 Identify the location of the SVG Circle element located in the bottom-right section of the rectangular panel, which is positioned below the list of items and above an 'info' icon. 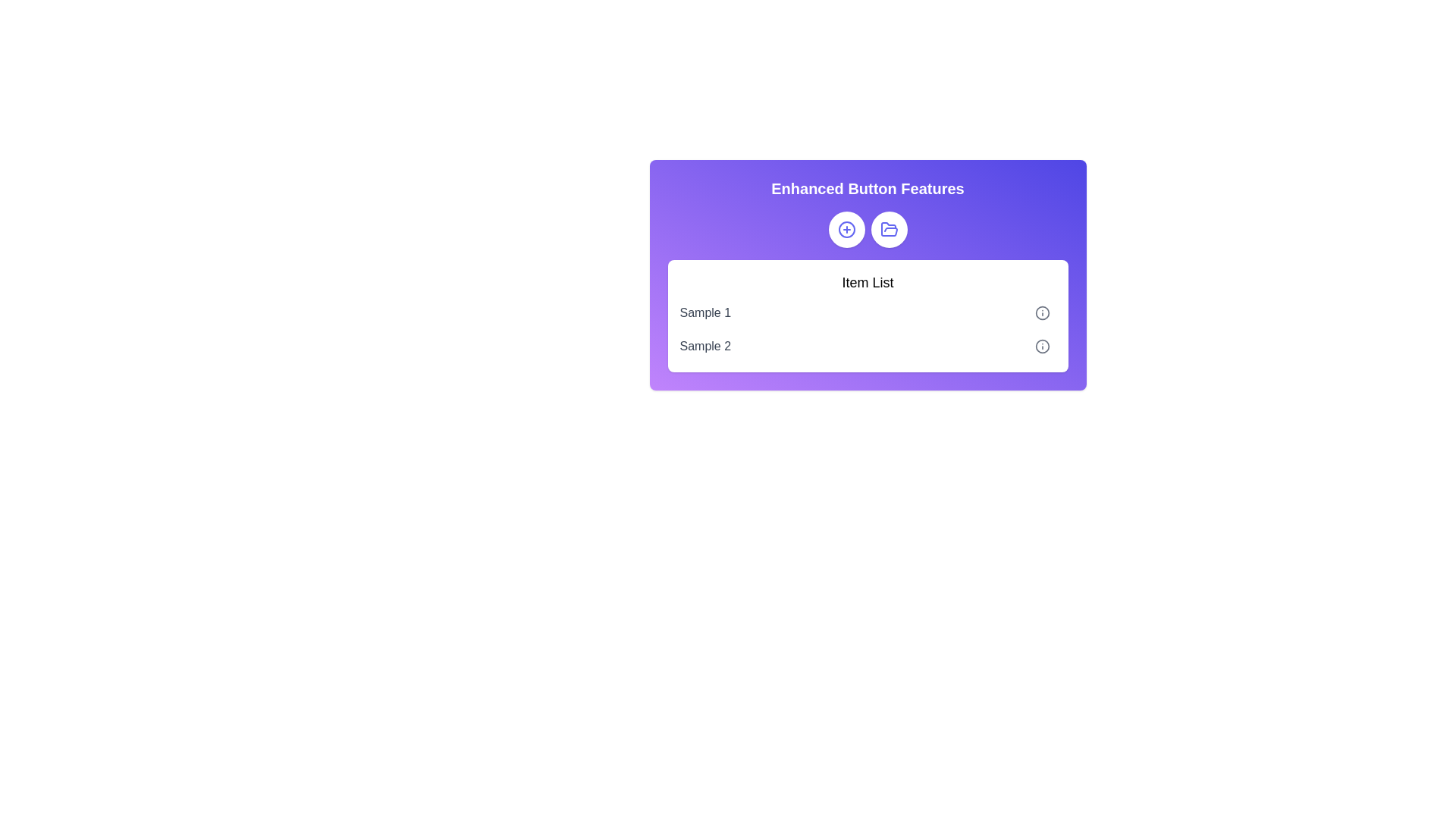
(1041, 312).